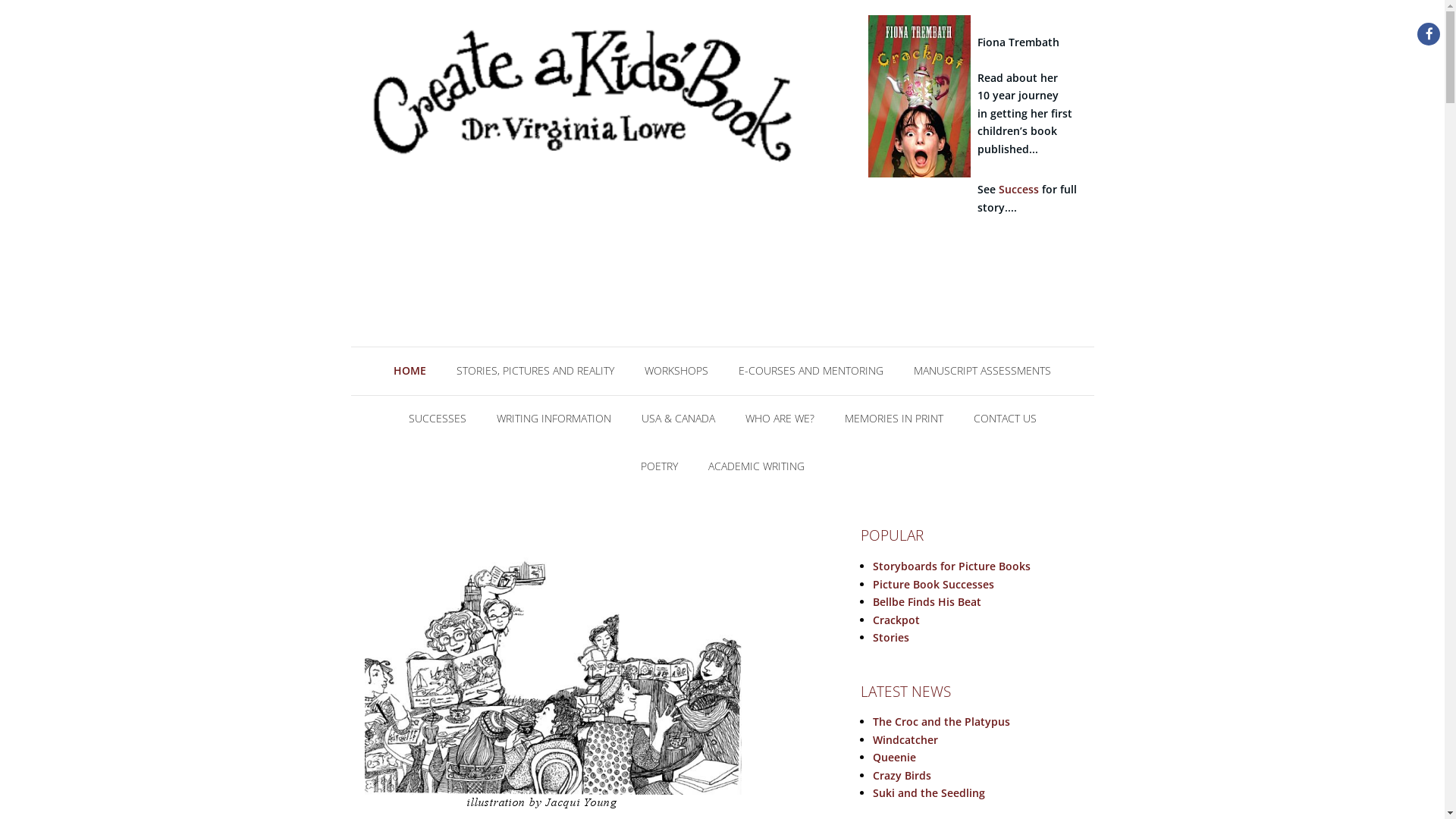 The image size is (1456, 819). Describe the element at coordinates (932, 583) in the screenshot. I see `'Picture Book Successes'` at that location.